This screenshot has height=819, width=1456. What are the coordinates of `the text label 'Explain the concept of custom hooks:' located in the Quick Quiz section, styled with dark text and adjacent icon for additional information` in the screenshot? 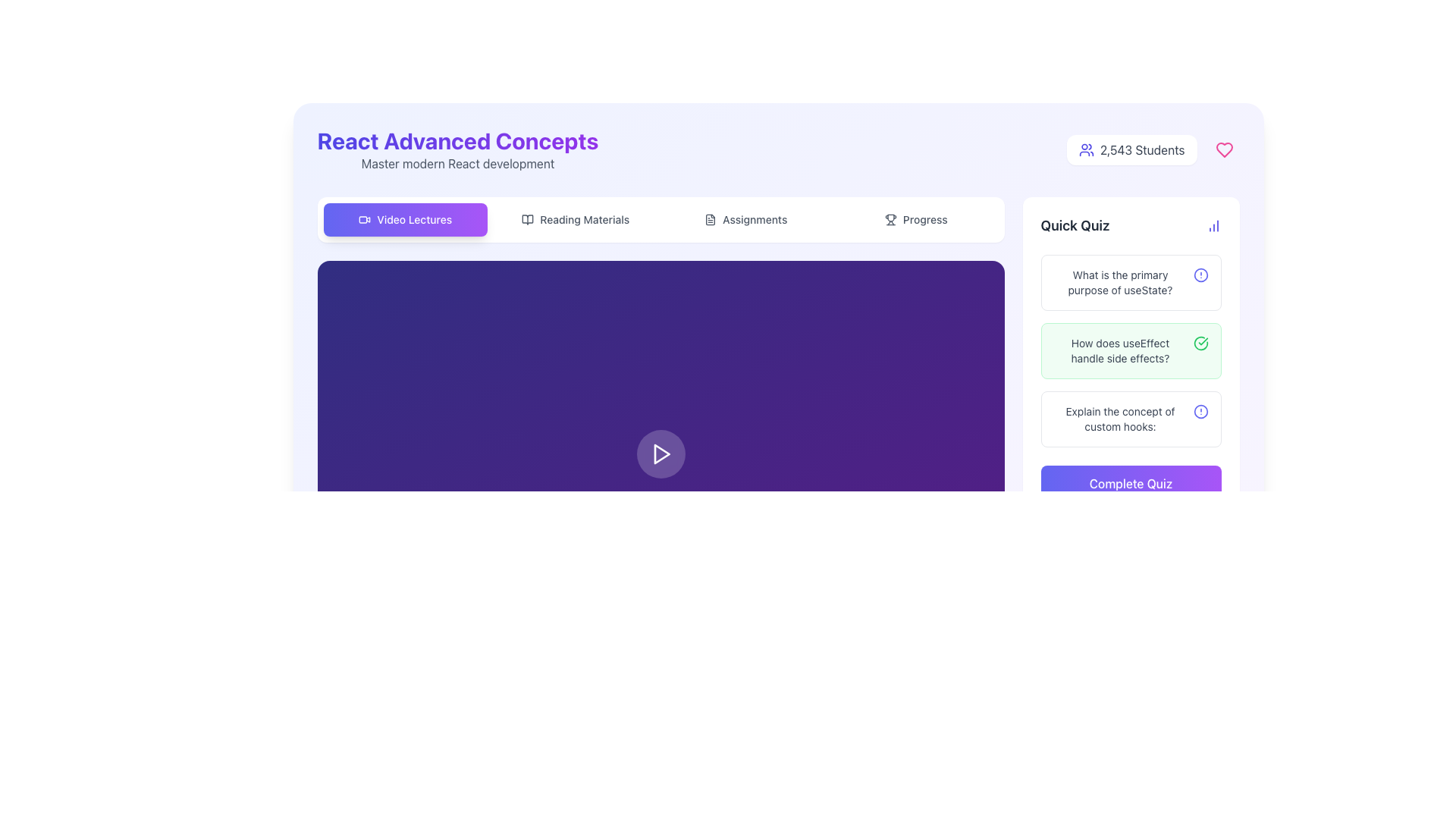 It's located at (1131, 419).